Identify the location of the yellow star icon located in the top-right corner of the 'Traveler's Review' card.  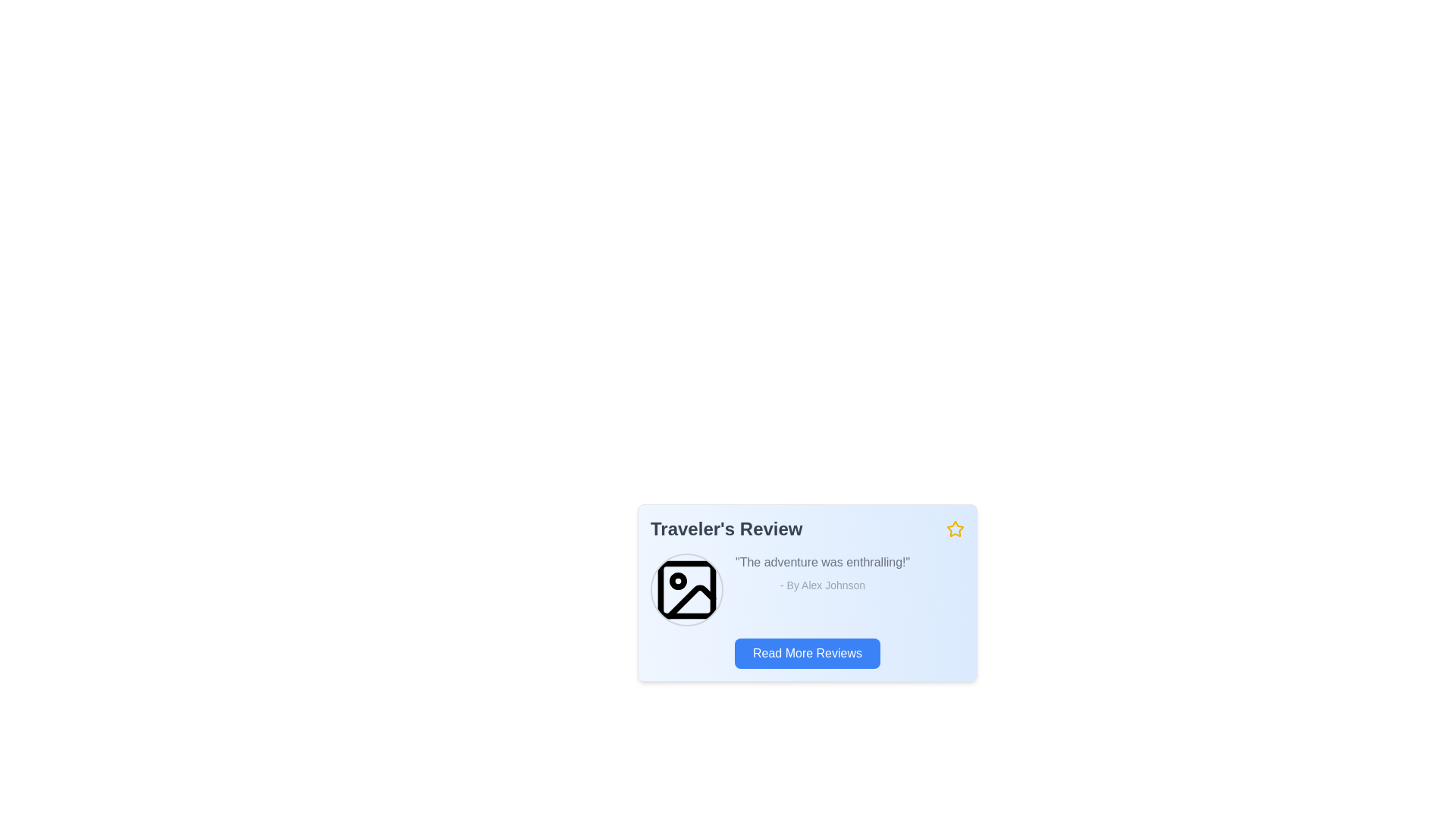
(953, 528).